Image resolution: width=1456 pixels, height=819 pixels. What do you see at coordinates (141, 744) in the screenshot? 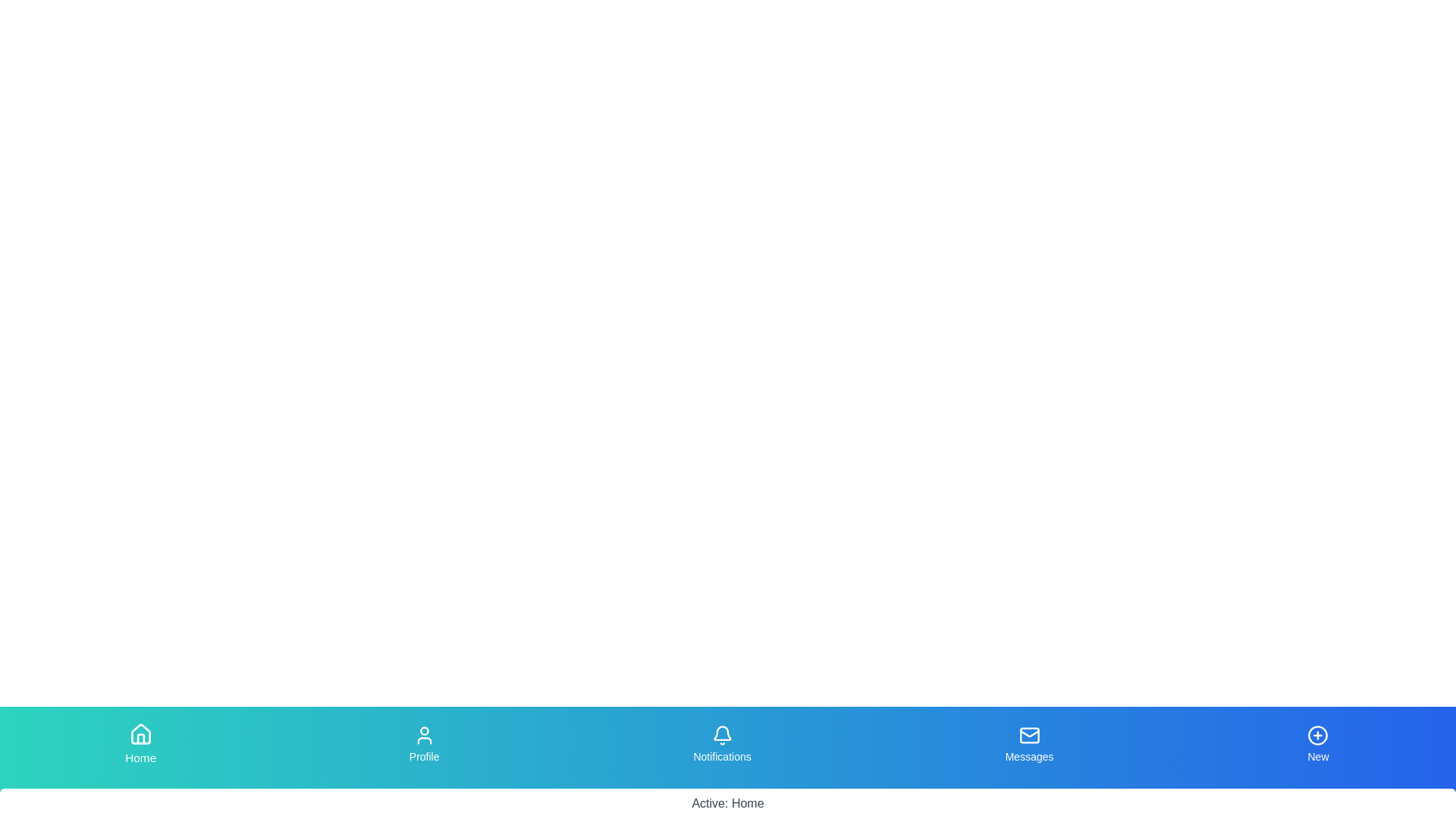
I see `the tab labeled Home` at bounding box center [141, 744].